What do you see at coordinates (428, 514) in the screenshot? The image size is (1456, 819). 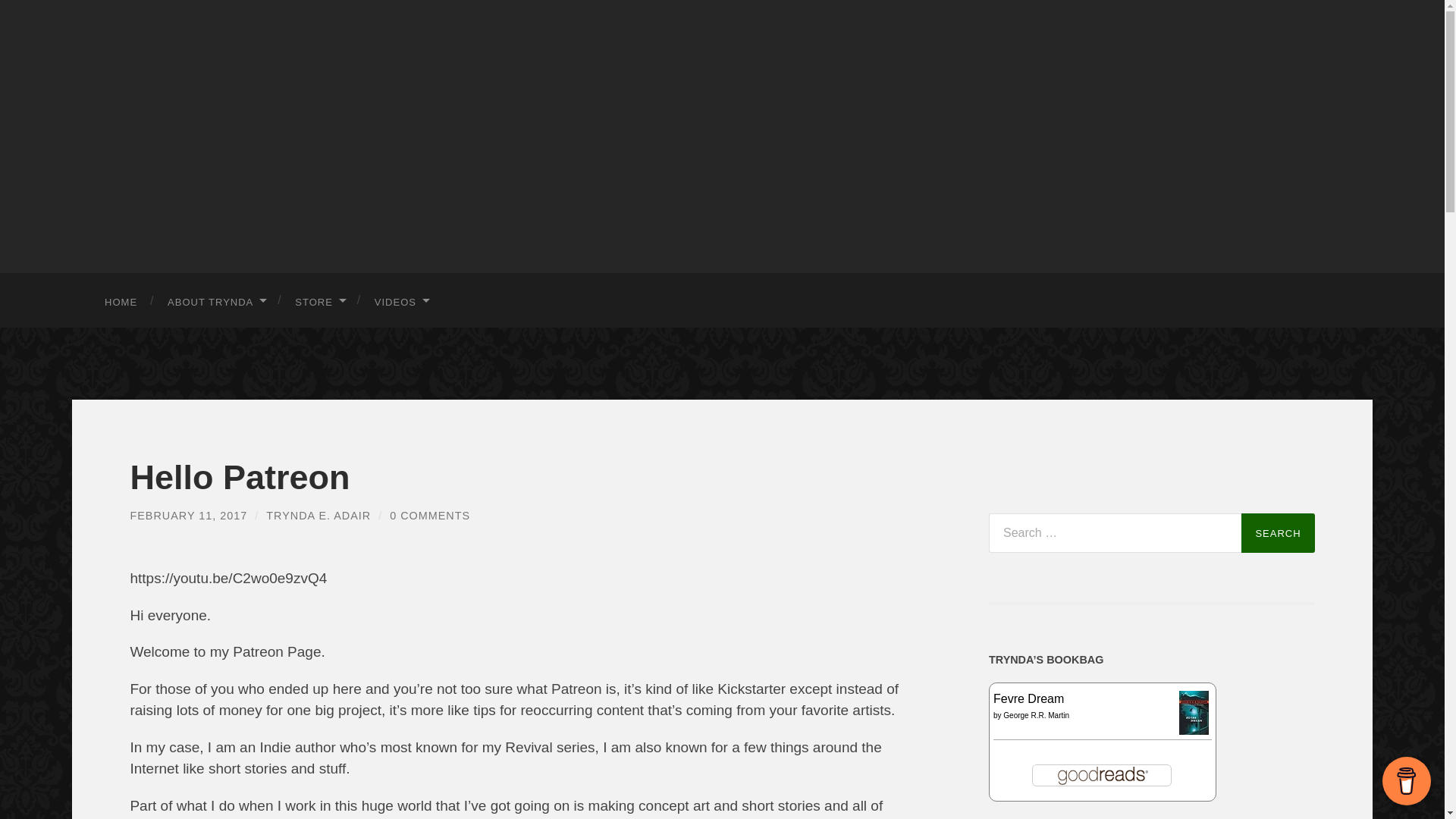 I see `'0 COMMENTS'` at bounding box center [428, 514].